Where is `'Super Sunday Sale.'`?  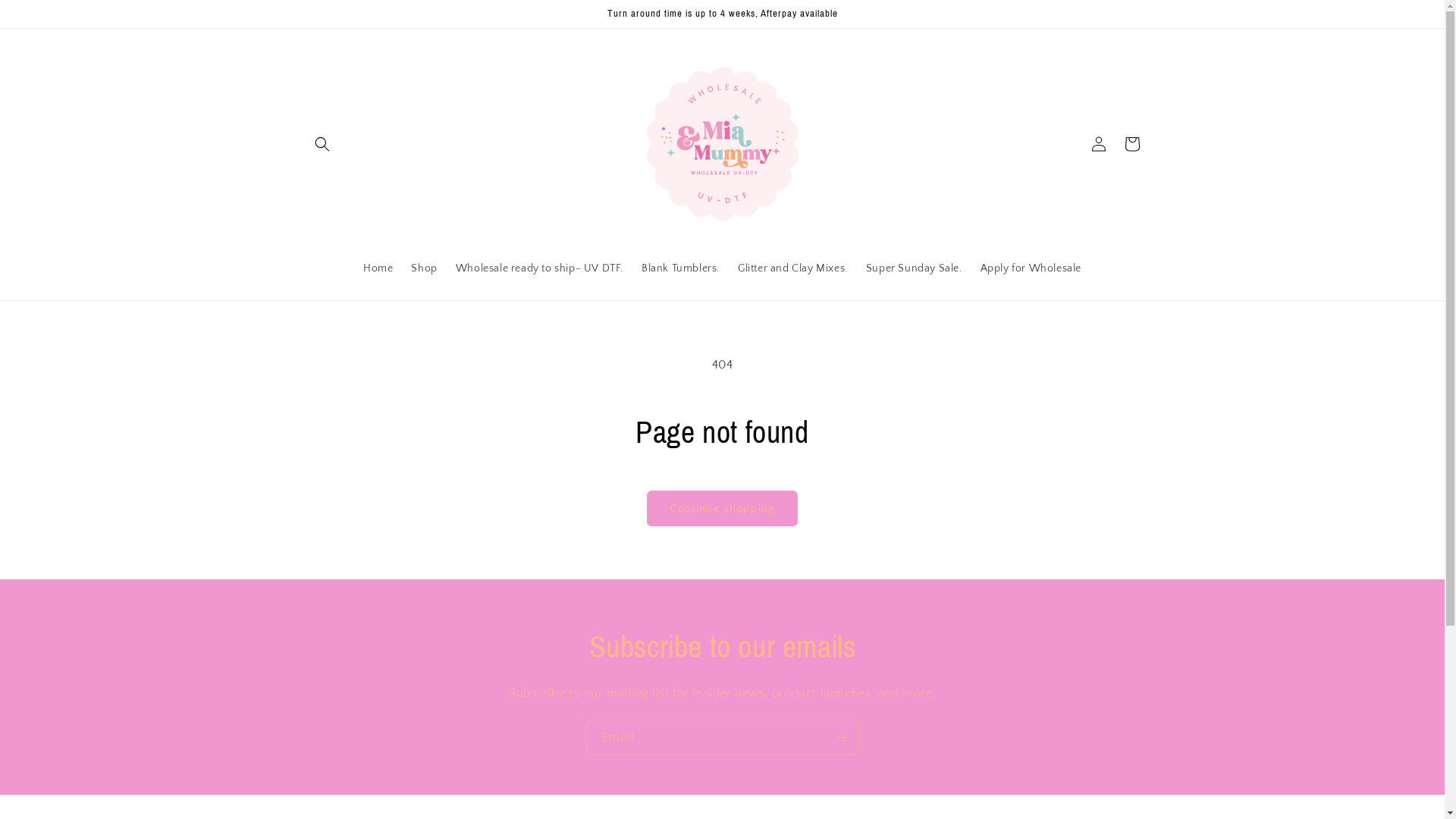 'Super Sunday Sale.' is located at coordinates (913, 268).